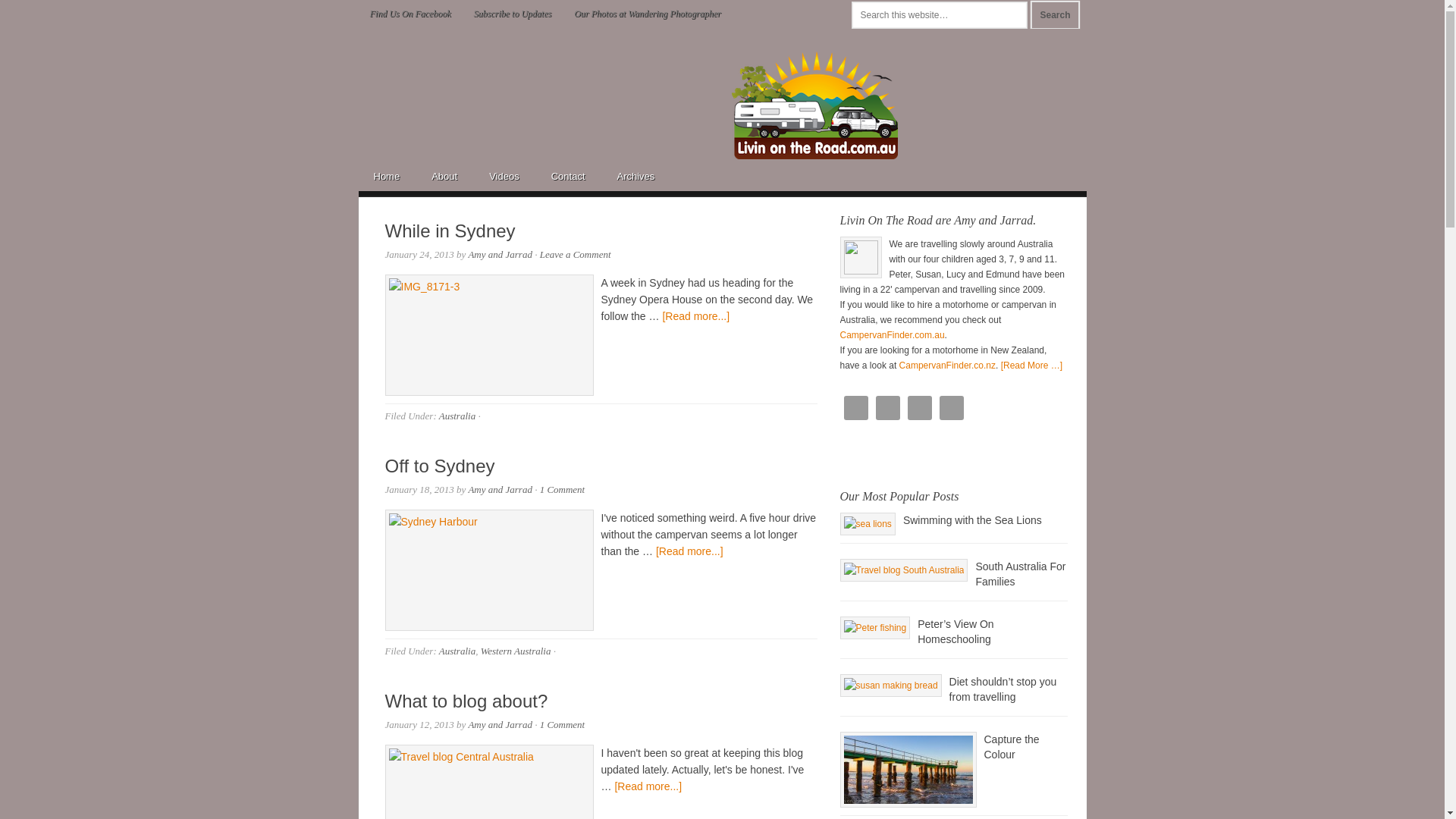 The width and height of the screenshot is (1456, 819). Describe the element at coordinates (568, 174) in the screenshot. I see `'Contact'` at that location.